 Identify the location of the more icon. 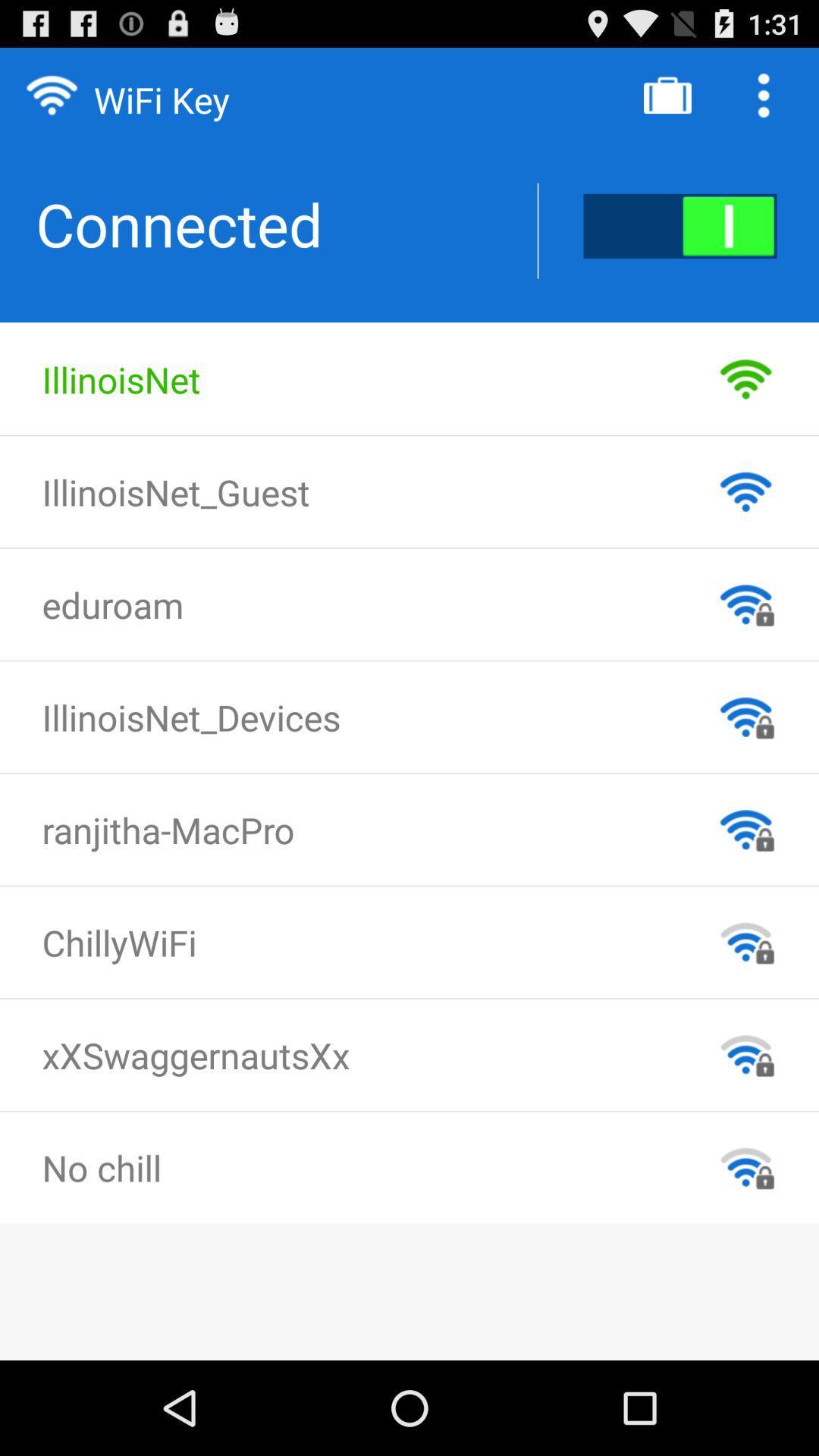
(767, 101).